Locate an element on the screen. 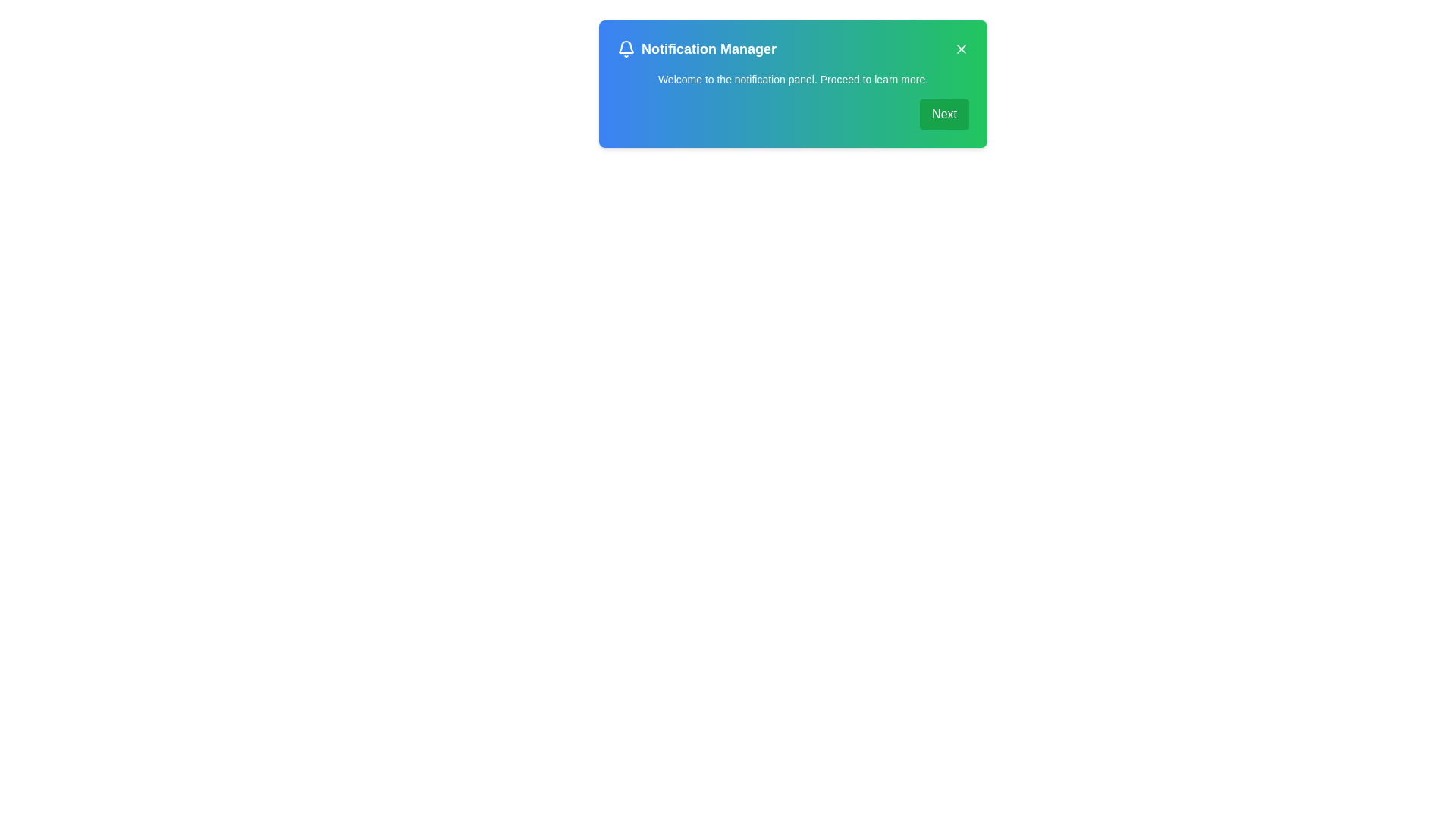 This screenshot has width=1456, height=819. the alert's title and icon for observation is located at coordinates (695, 49).